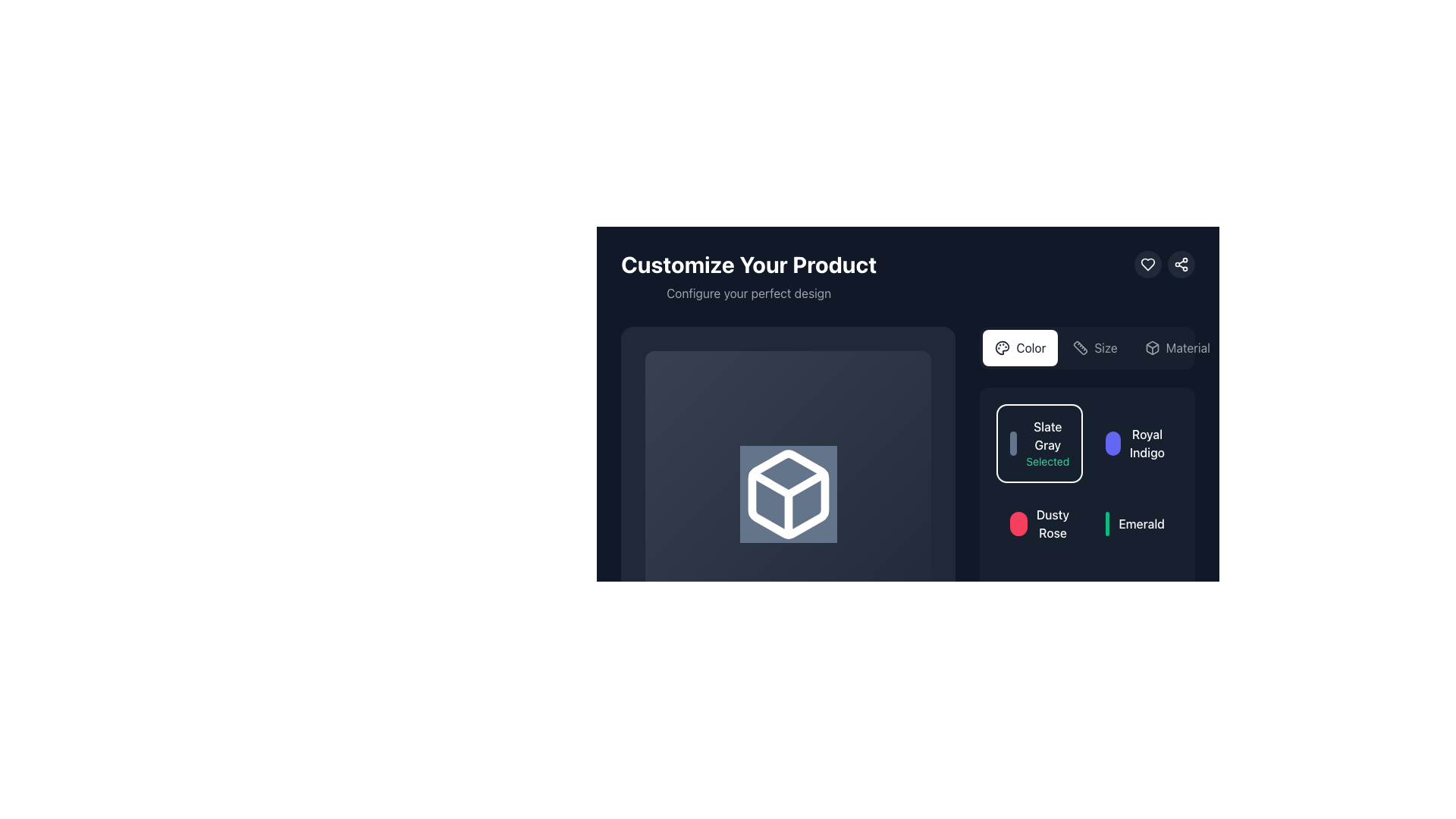  Describe the element at coordinates (1135, 522) in the screenshot. I see `the 'Emerald' color selection button located in the fourth row of the 'Color' category` at that location.